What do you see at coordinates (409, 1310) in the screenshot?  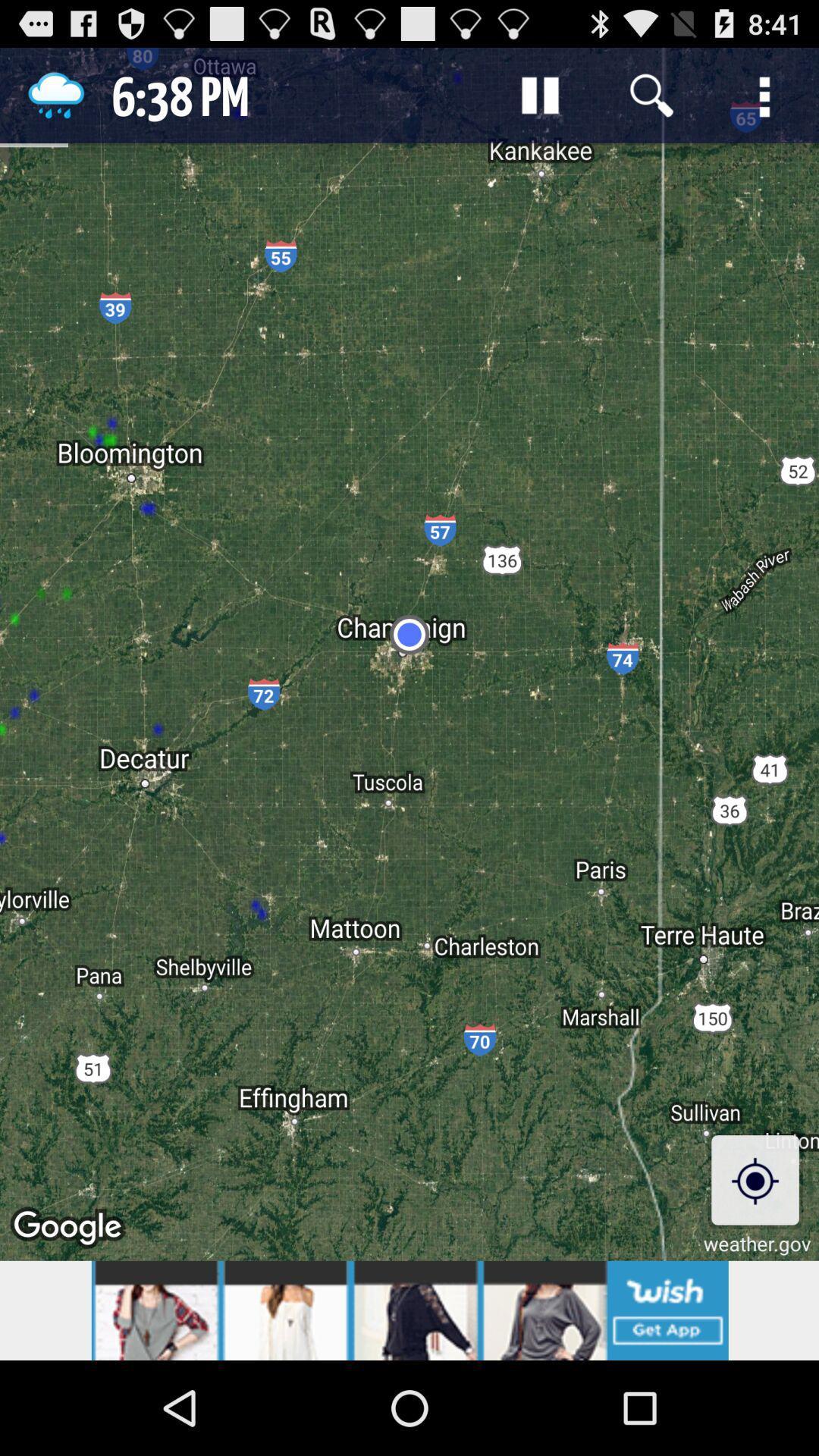 I see `advertisement` at bounding box center [409, 1310].